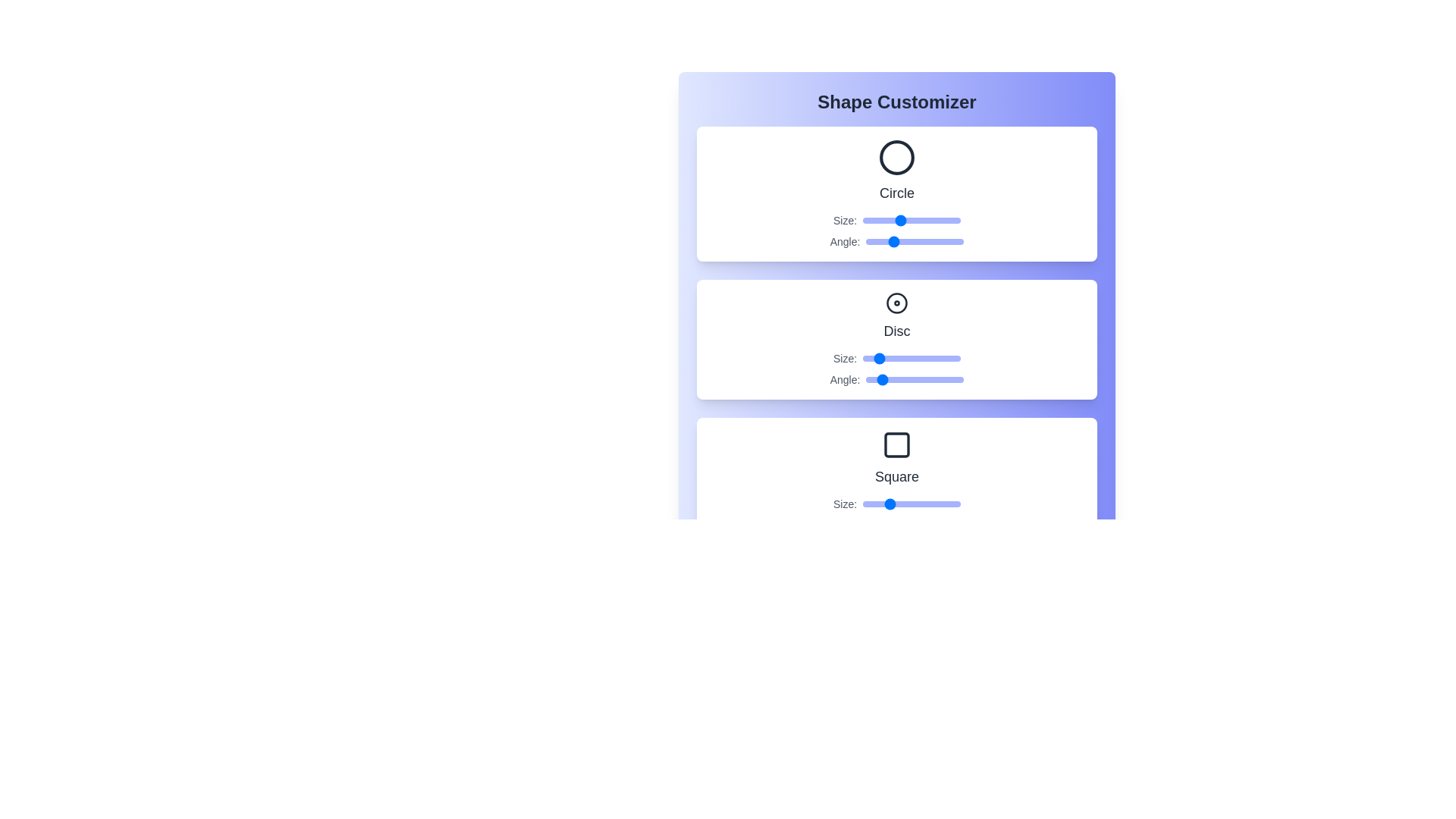 The height and width of the screenshot is (819, 1456). What do you see at coordinates (896, 379) in the screenshot?
I see `the angle of the Disc shape to 111 degrees` at bounding box center [896, 379].